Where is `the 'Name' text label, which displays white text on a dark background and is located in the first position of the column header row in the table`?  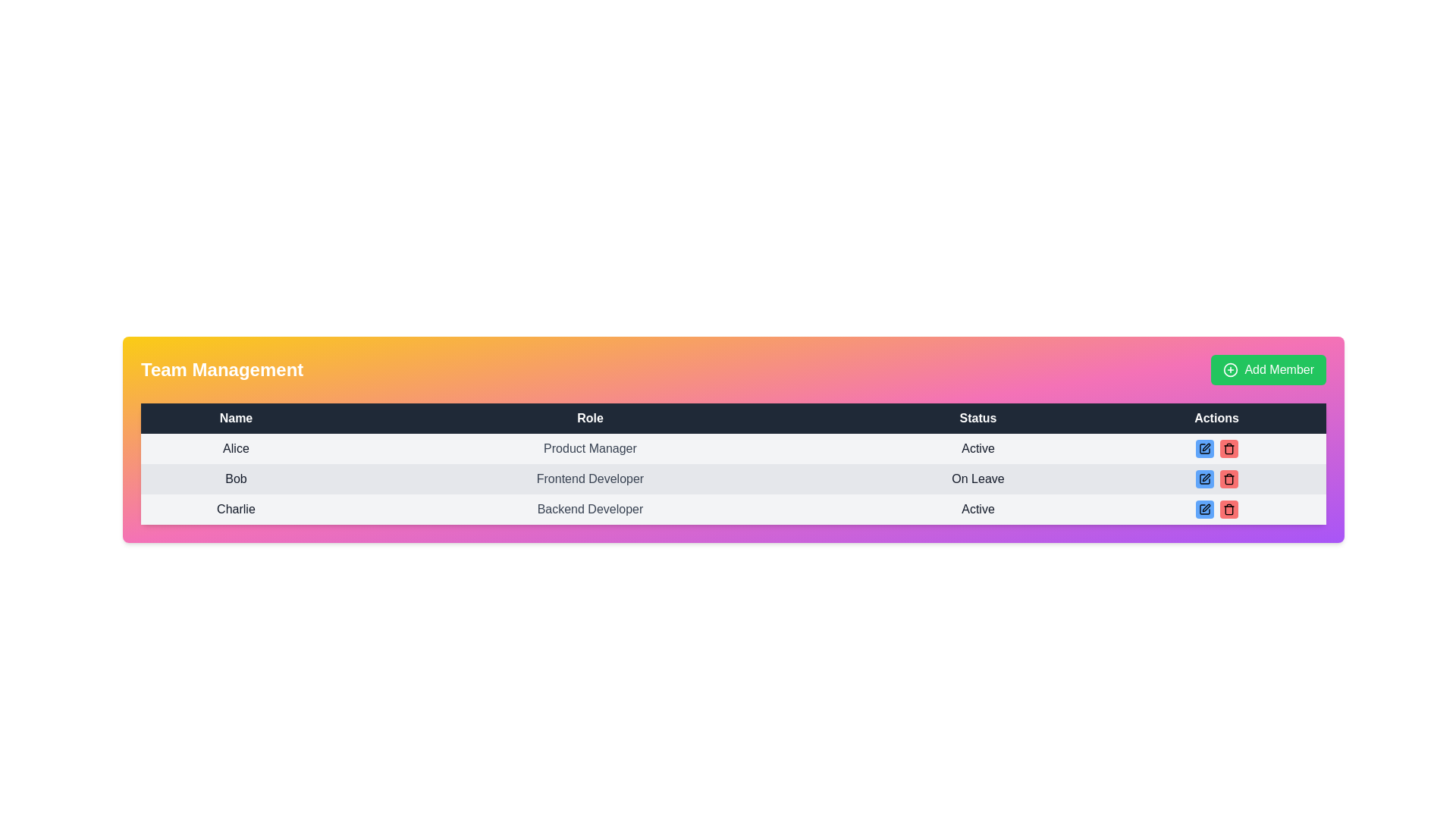 the 'Name' text label, which displays white text on a dark background and is located in the first position of the column header row in the table is located at coordinates (235, 418).